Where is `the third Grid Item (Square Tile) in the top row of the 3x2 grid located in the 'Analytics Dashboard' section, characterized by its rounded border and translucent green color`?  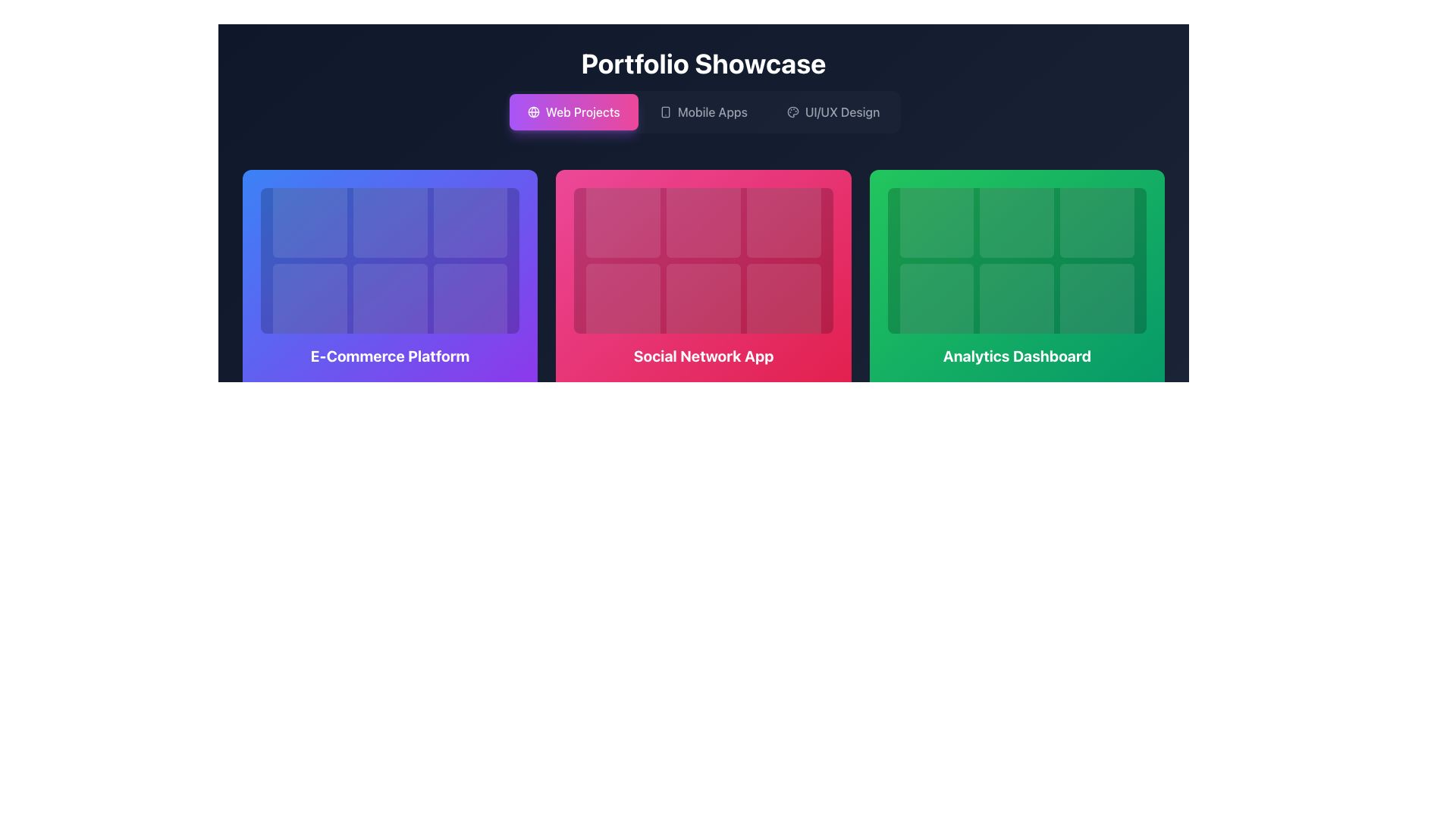
the third Grid Item (Square Tile) in the top row of the 3x2 grid located in the 'Analytics Dashboard' section, characterized by its rounded border and translucent green color is located at coordinates (1097, 221).